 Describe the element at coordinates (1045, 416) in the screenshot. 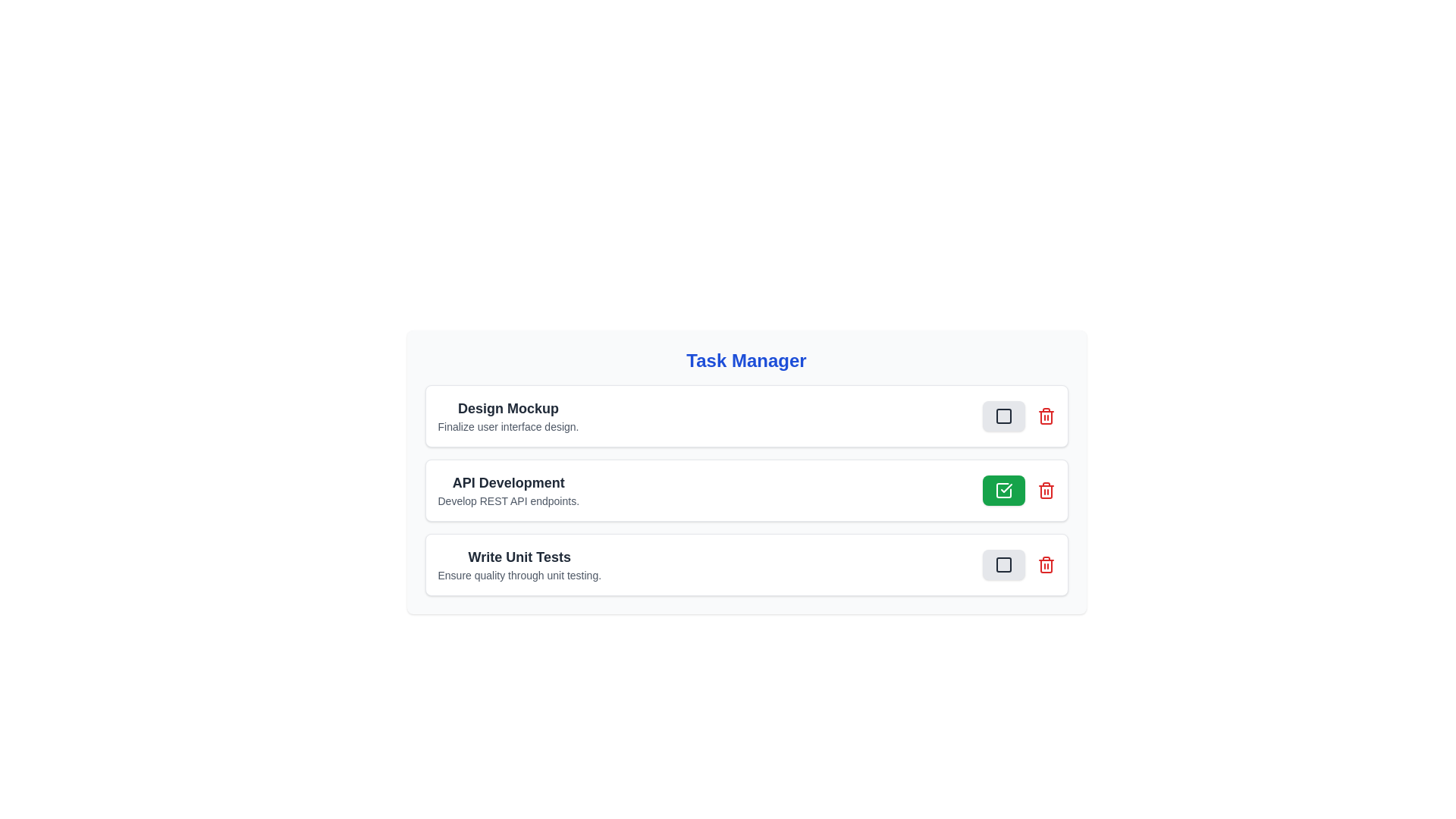

I see `the delete button located at the far right of the task row for 'API Development'` at that location.